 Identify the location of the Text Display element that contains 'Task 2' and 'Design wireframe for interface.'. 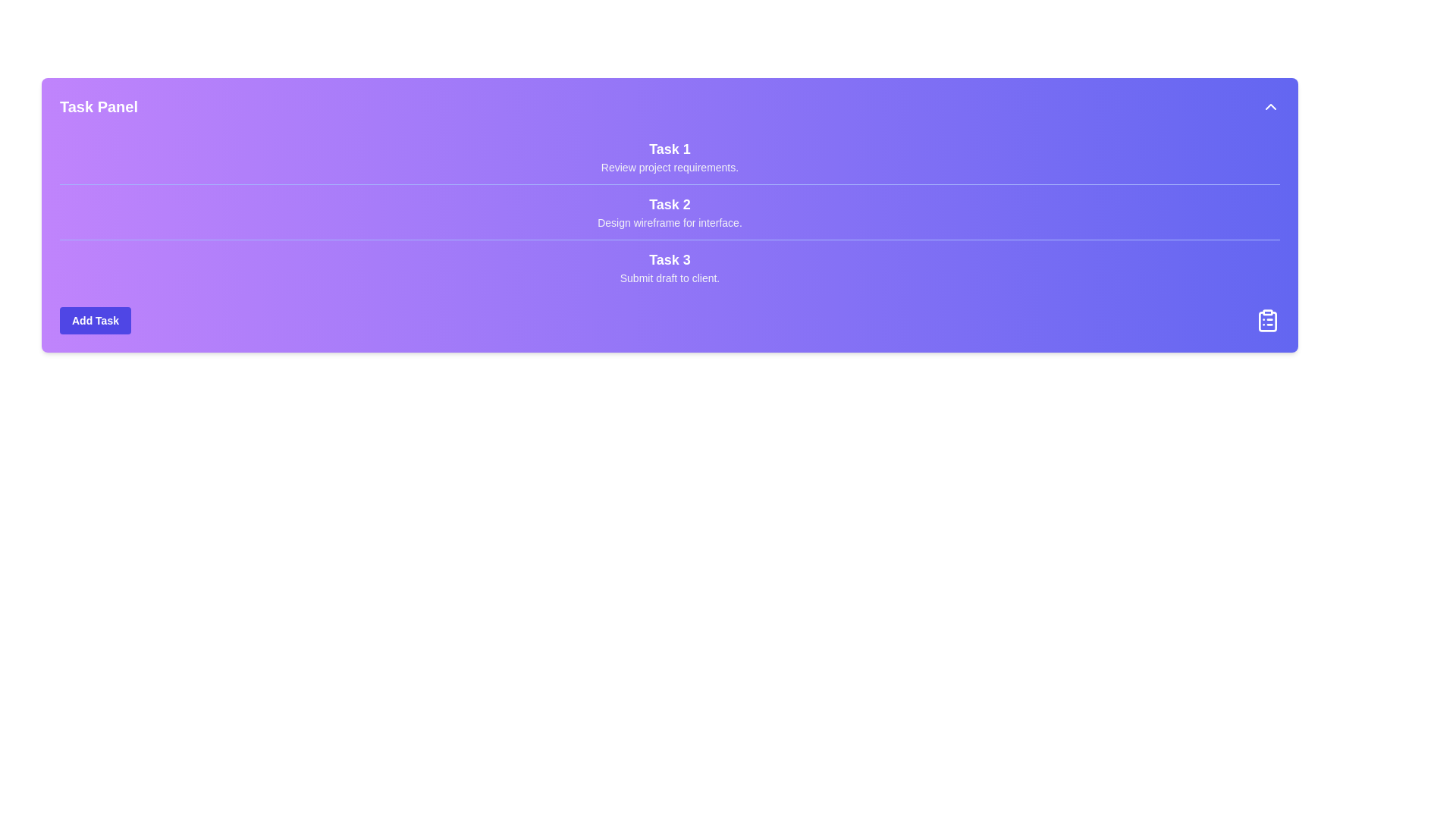
(669, 212).